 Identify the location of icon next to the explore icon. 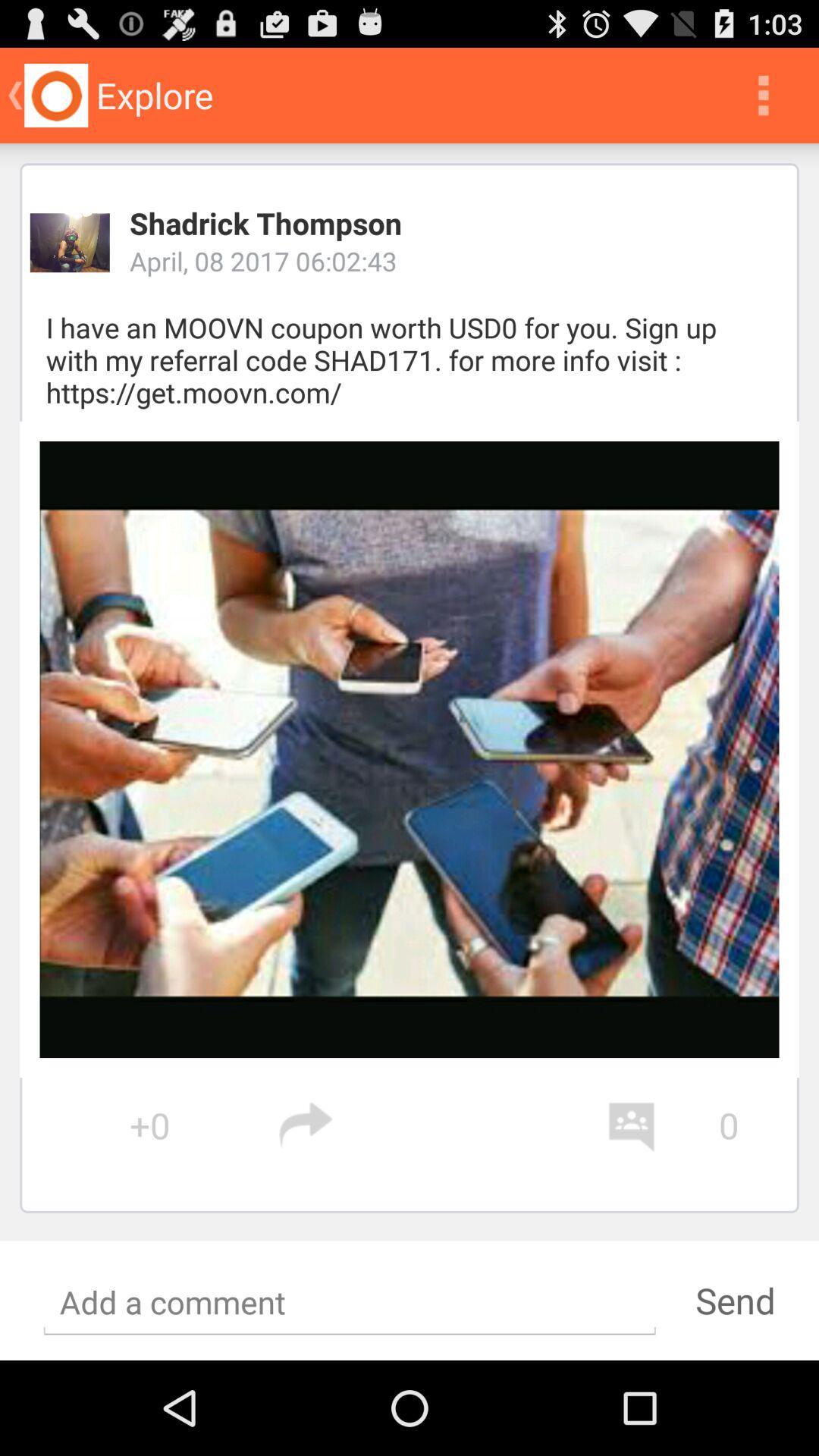
(763, 94).